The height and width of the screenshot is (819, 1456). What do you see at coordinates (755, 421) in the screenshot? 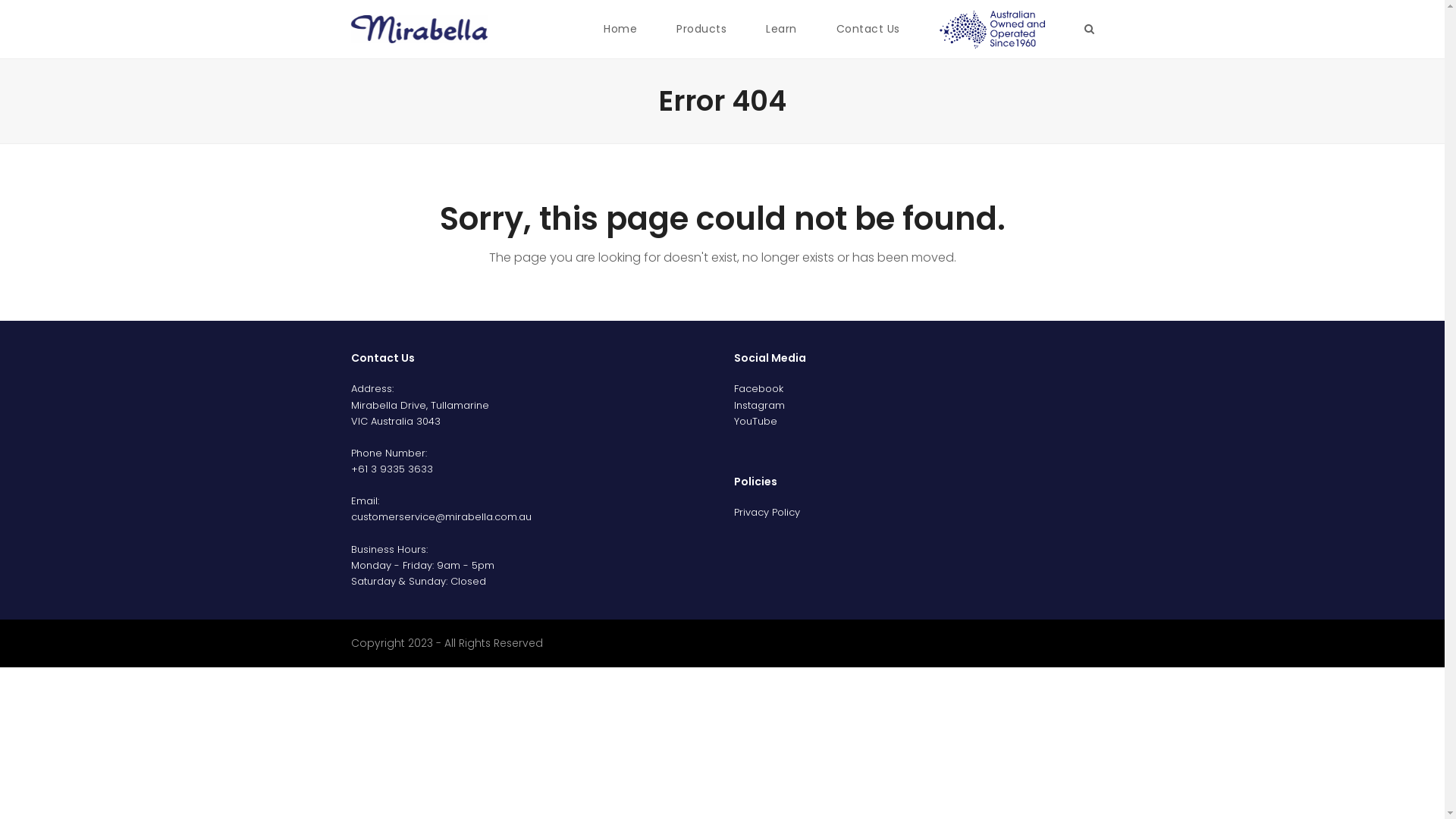
I see `'YouTube'` at bounding box center [755, 421].